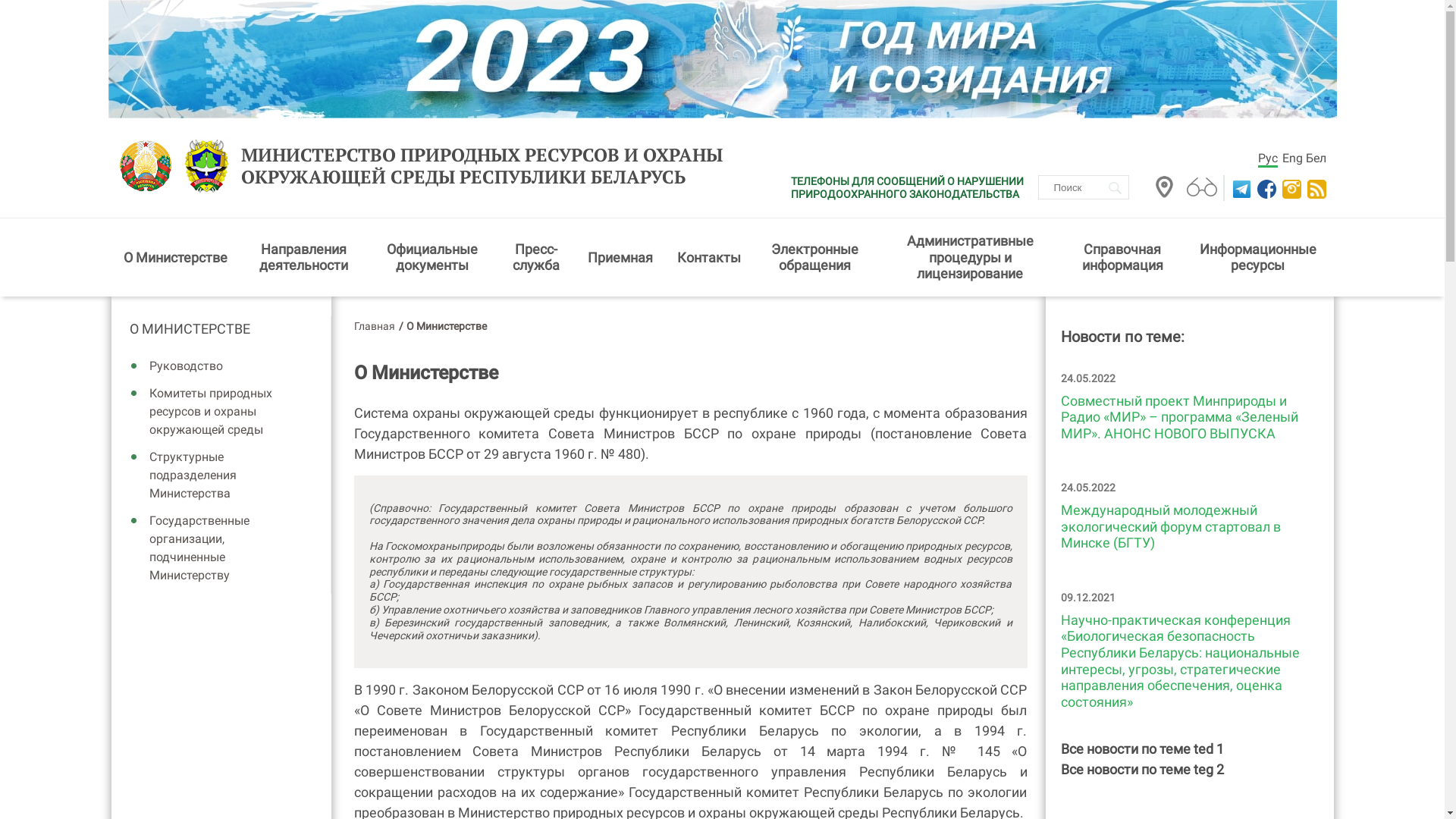 The width and height of the screenshot is (1456, 819). I want to click on 'Instagram', so click(1280, 188).